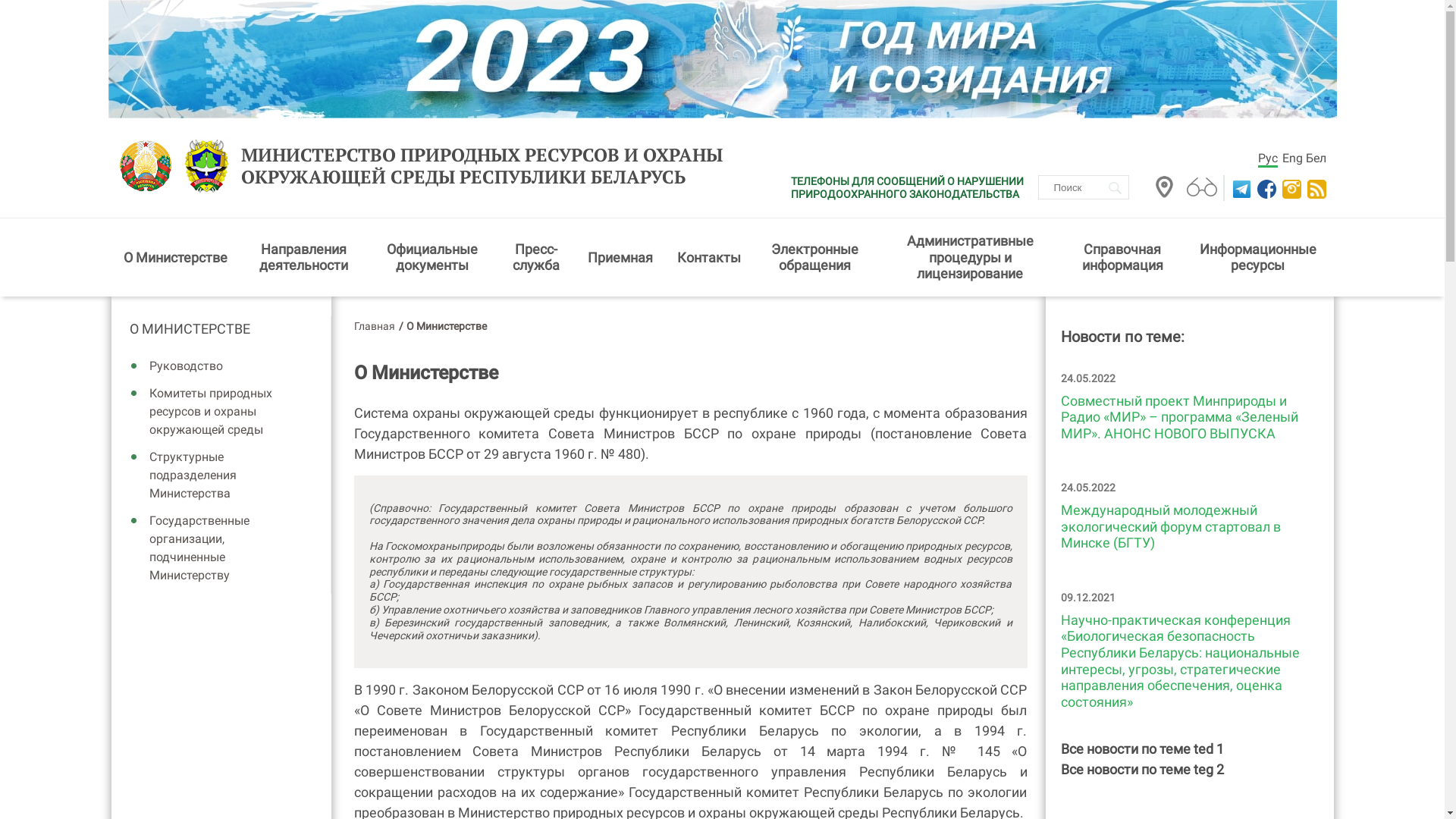 The width and height of the screenshot is (1456, 819). I want to click on 'Instagram', so click(1280, 188).